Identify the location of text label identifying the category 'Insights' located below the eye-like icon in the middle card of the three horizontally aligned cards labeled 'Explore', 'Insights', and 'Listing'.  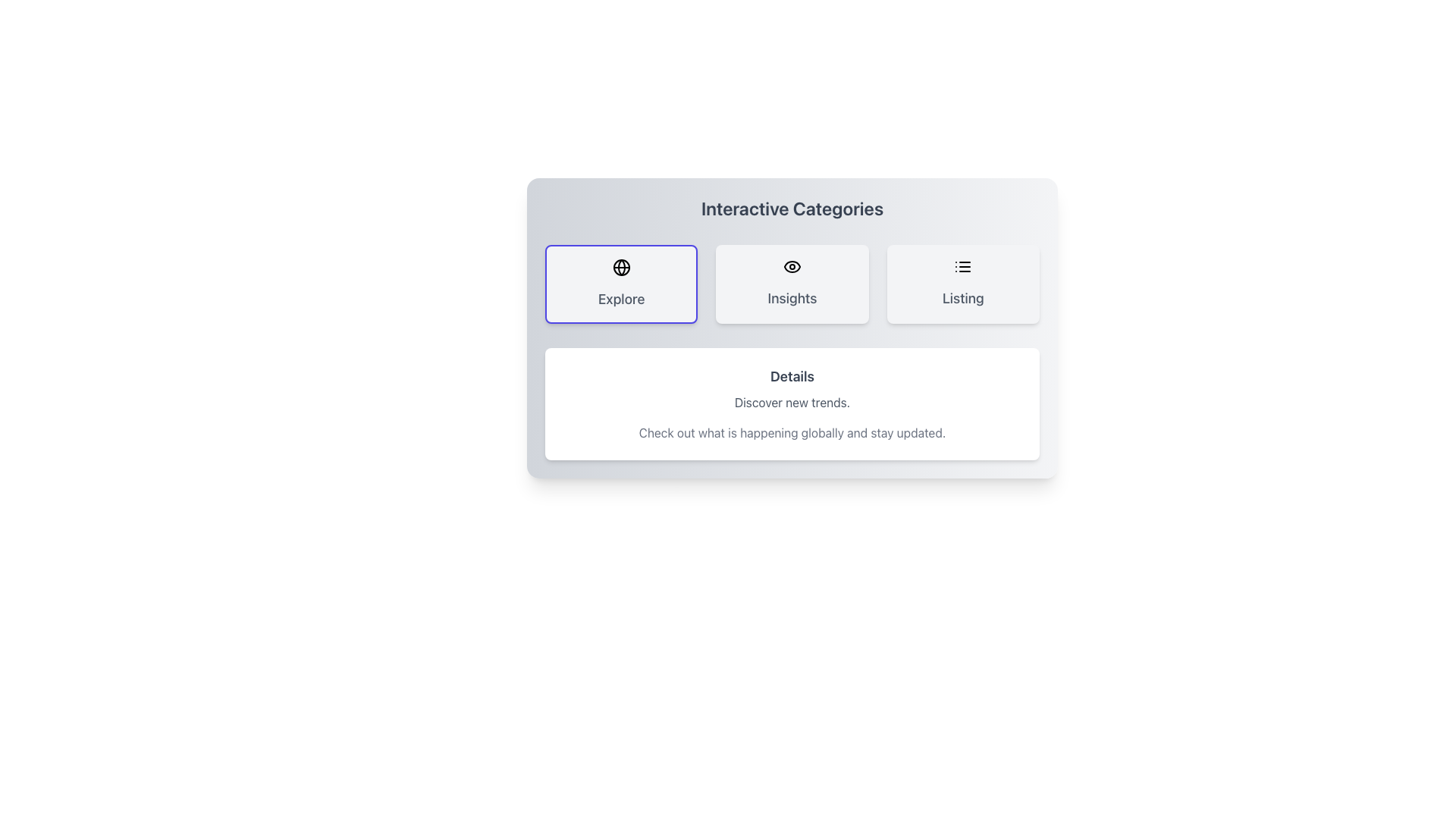
(792, 298).